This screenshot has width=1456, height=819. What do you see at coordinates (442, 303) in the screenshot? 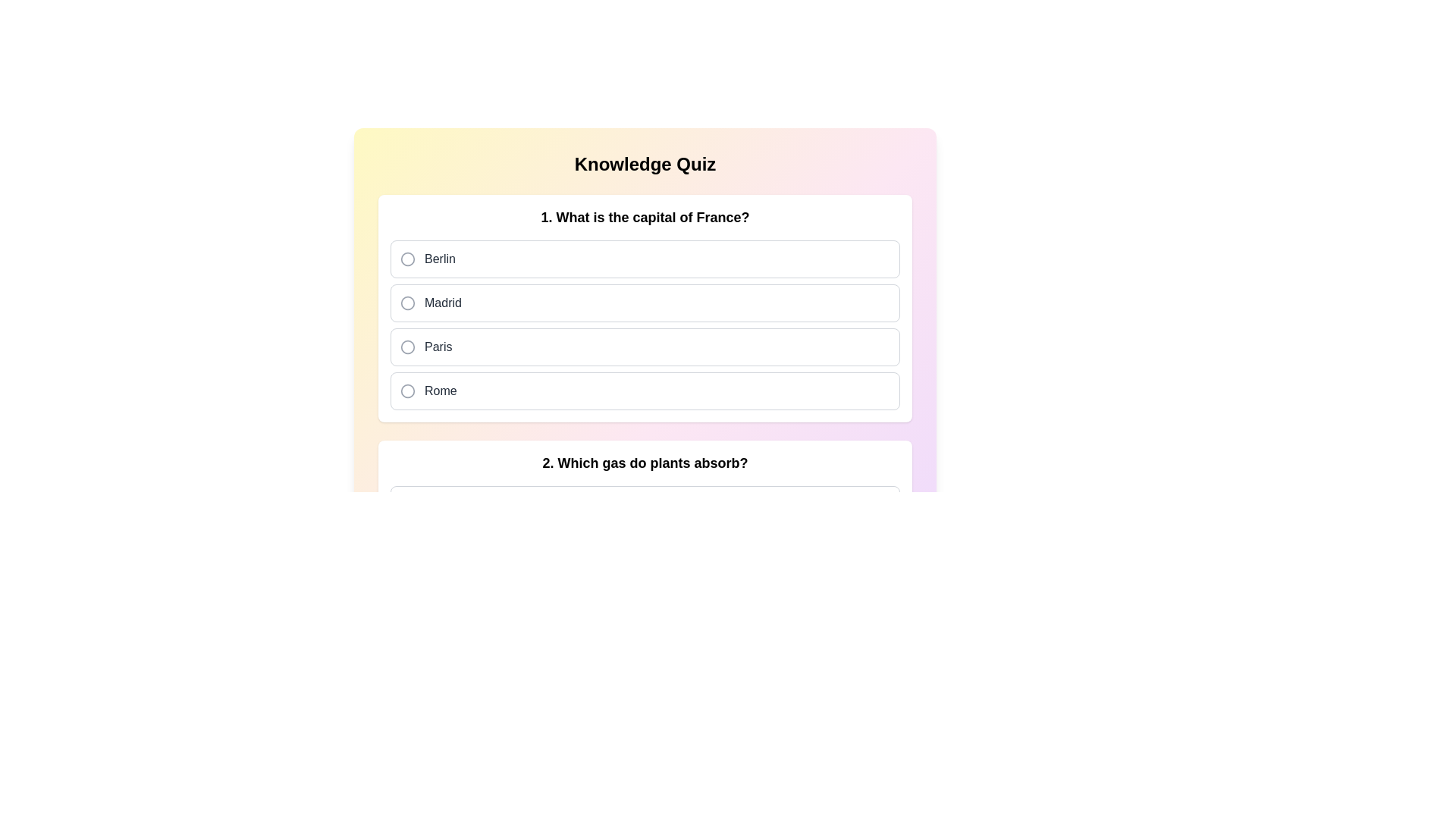
I see `the text label 'Madrid' which is part of the second option in the quiz answer list, displayed in bold, gray font` at bounding box center [442, 303].